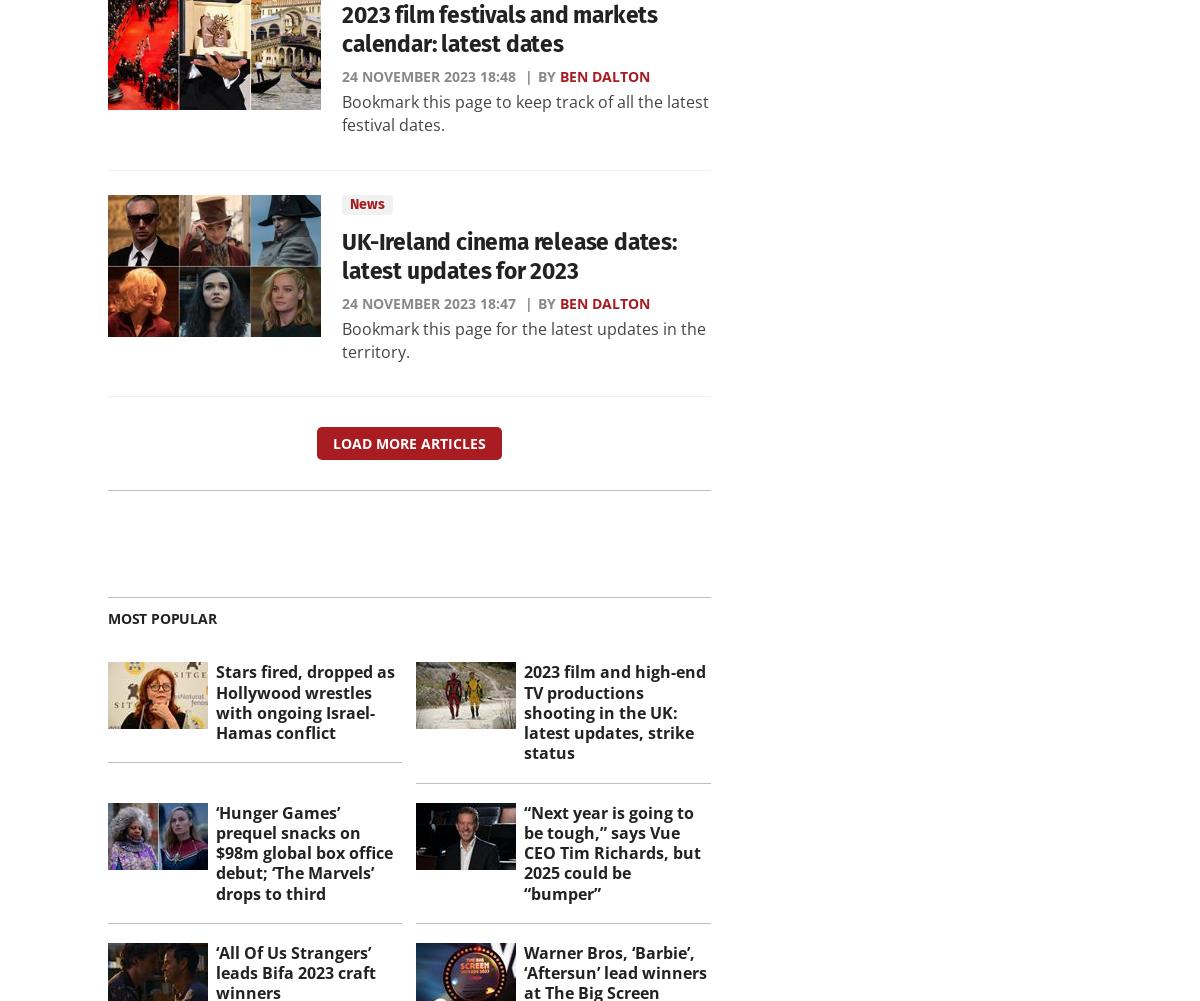 The image size is (1200, 1001). I want to click on 'Bookmark this page to keep track of all the latest festival dates.', so click(524, 111).